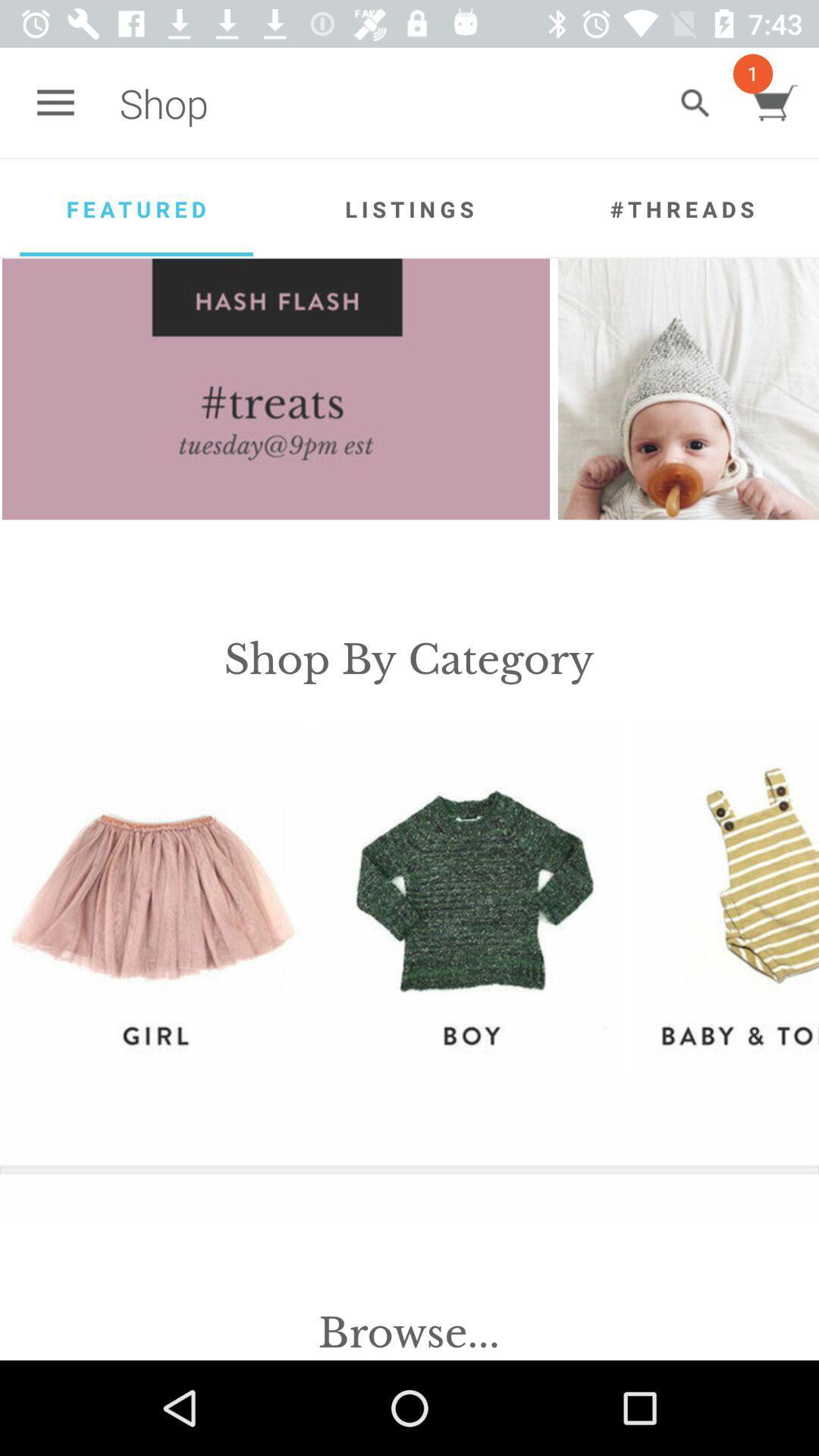  I want to click on icon to the right of the shop app, so click(695, 102).